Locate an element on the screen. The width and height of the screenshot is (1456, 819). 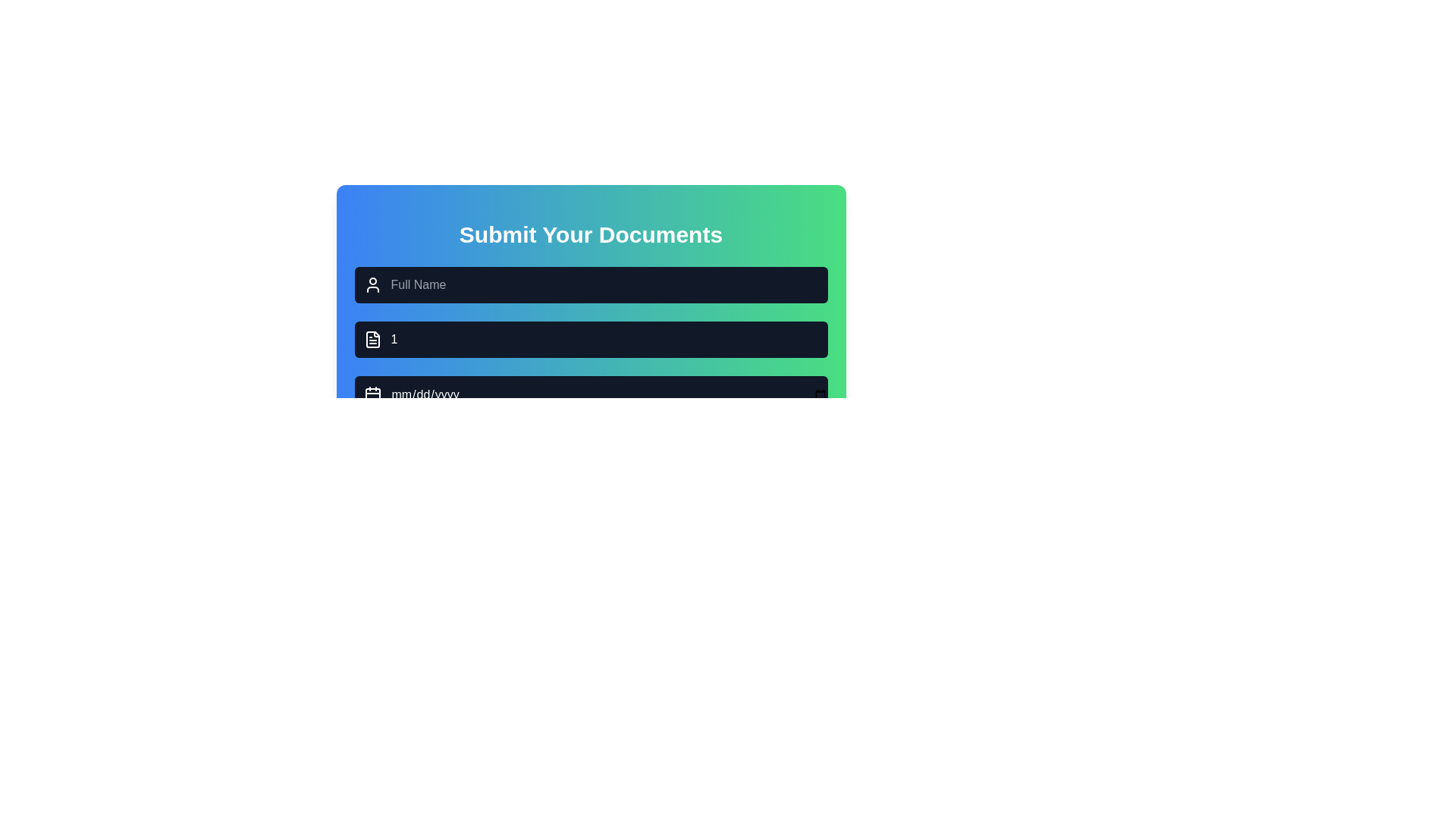
the simplified file or document icon with a dark background and white outlines, located under the 'Submit Your Documents' text input is located at coordinates (372, 338).